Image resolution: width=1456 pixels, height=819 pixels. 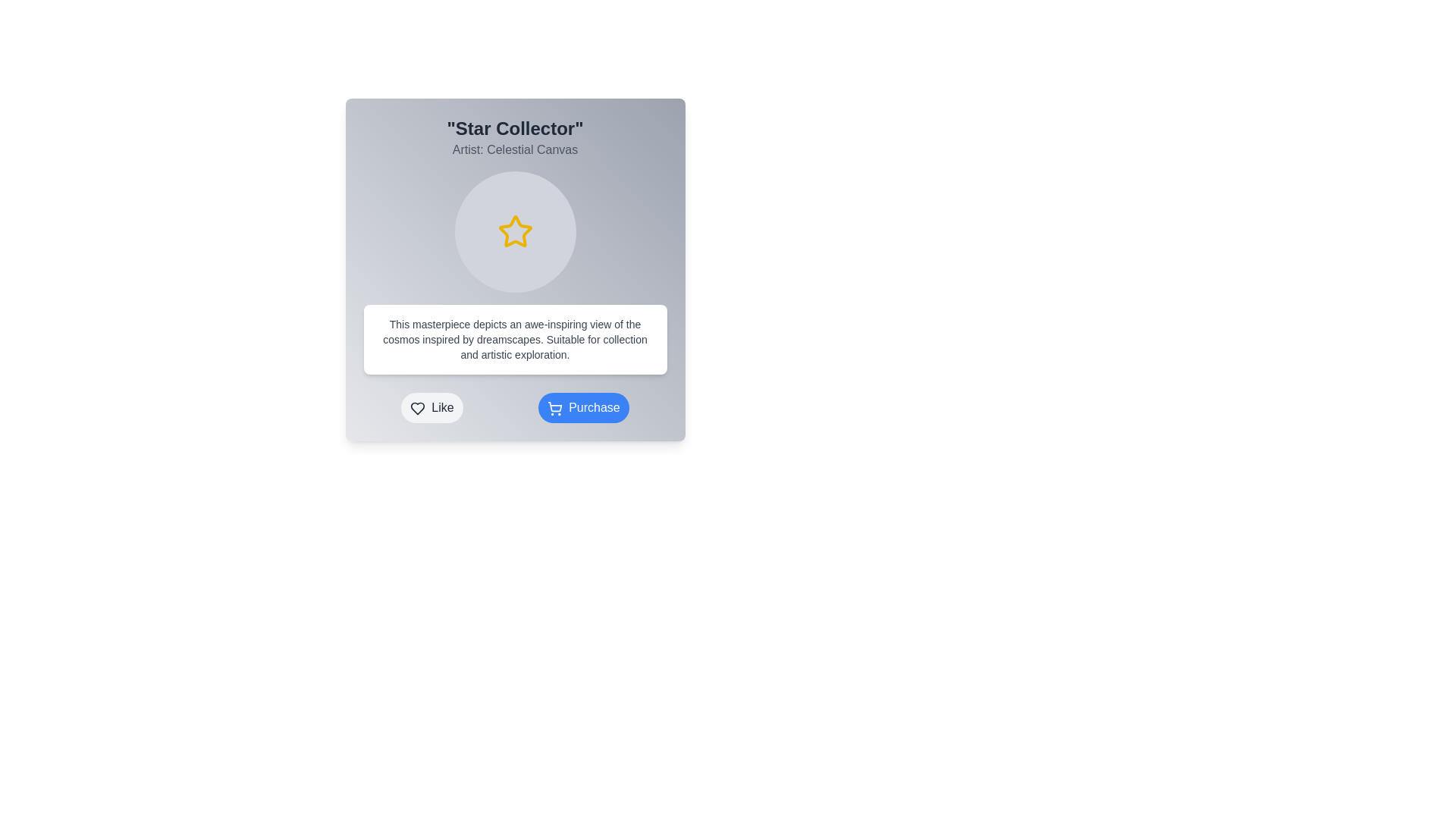 What do you see at coordinates (554, 406) in the screenshot?
I see `the shopping cart icon located at the bottom-right corner of the primary card interface` at bounding box center [554, 406].